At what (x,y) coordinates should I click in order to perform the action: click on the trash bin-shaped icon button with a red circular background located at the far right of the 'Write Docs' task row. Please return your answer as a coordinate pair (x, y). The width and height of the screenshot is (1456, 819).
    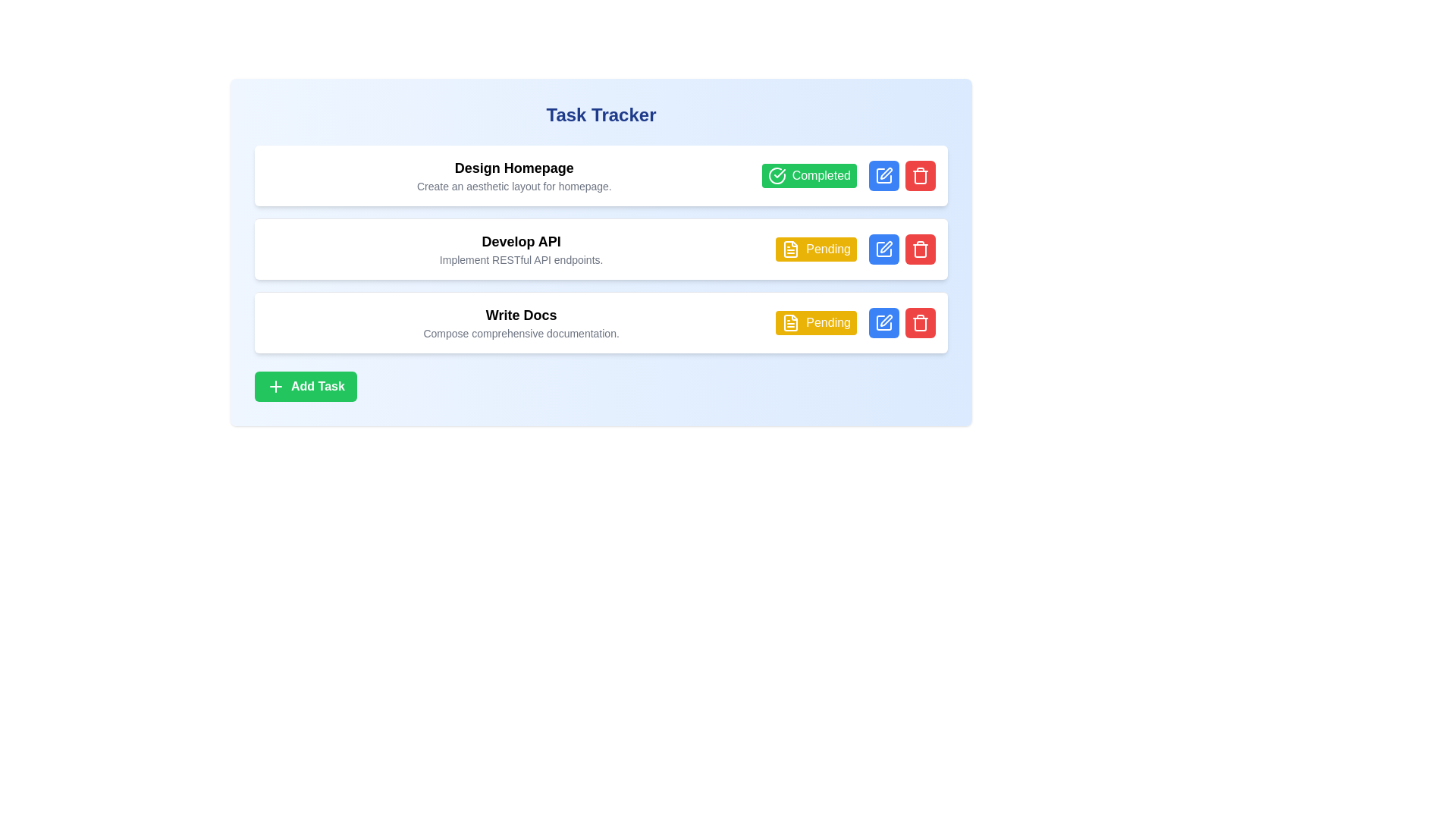
    Looking at the image, I should click on (920, 322).